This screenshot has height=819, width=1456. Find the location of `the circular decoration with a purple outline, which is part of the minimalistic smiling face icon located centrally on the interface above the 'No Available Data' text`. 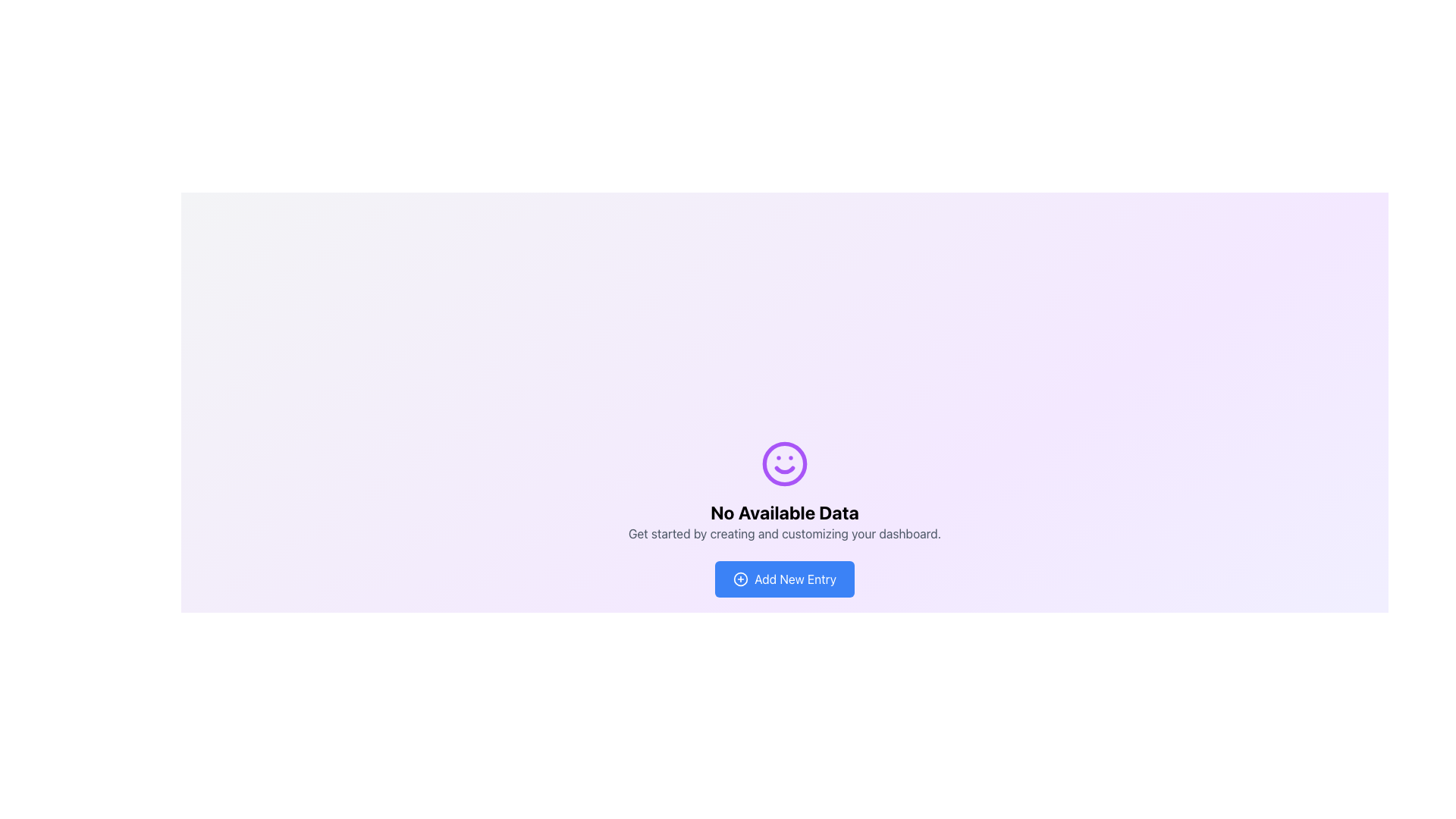

the circular decoration with a purple outline, which is part of the minimalistic smiling face icon located centrally on the interface above the 'No Available Data' text is located at coordinates (785, 463).